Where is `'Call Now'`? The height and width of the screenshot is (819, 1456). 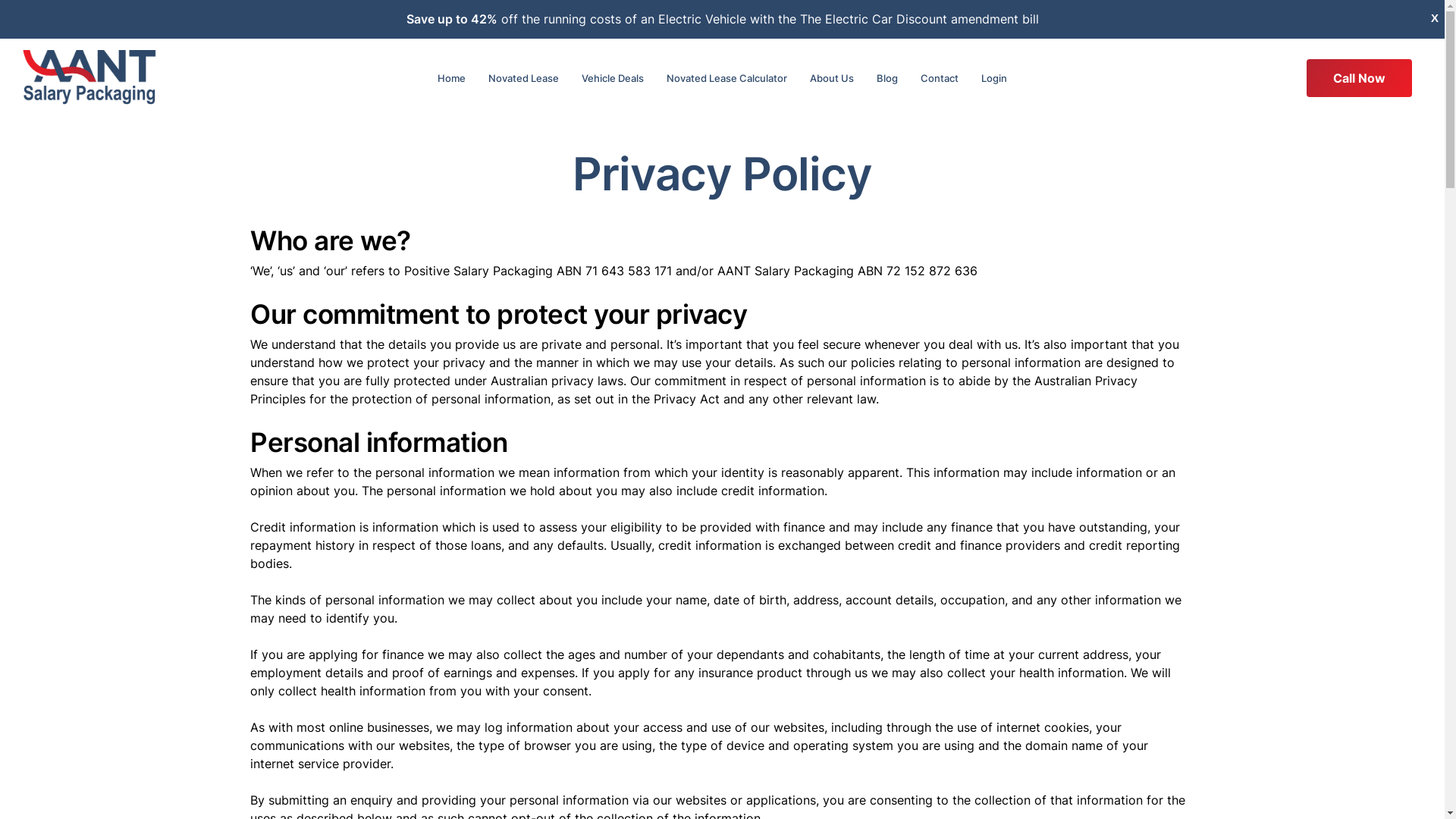
'Call Now' is located at coordinates (1359, 78).